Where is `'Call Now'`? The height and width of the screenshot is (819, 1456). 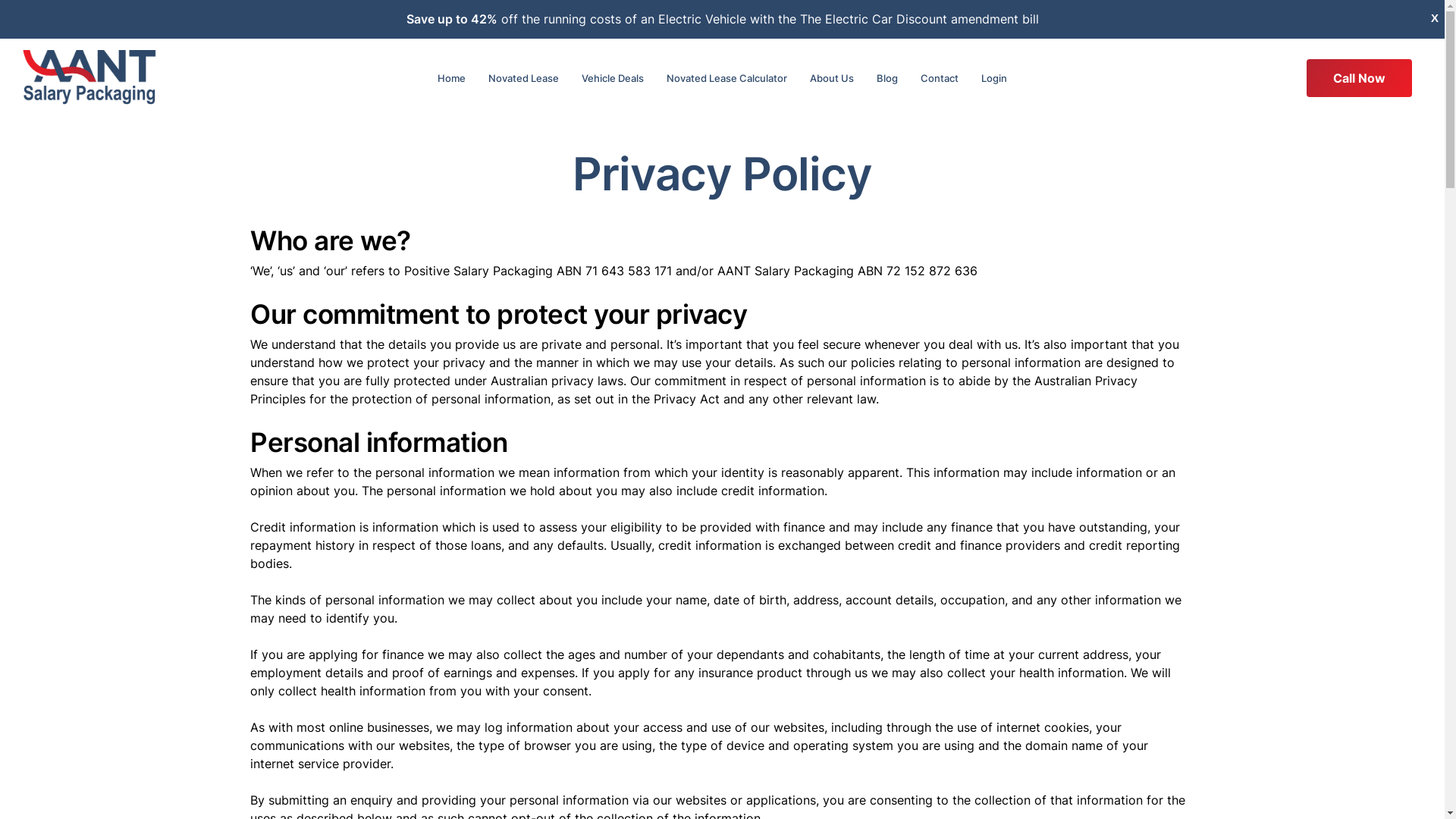
'Call Now' is located at coordinates (1359, 78).